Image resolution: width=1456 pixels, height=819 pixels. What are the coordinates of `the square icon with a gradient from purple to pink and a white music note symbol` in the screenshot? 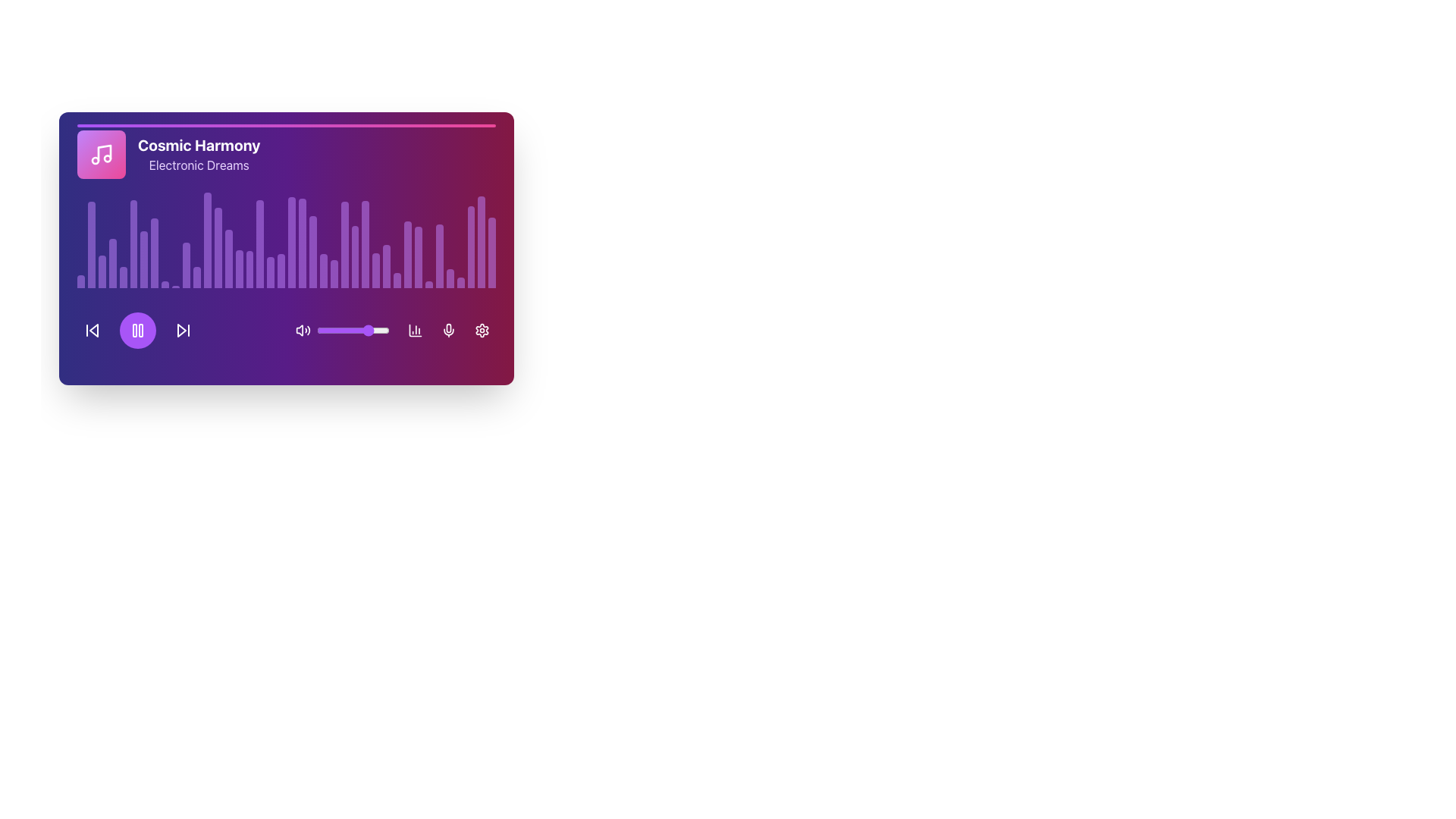 It's located at (101, 155).